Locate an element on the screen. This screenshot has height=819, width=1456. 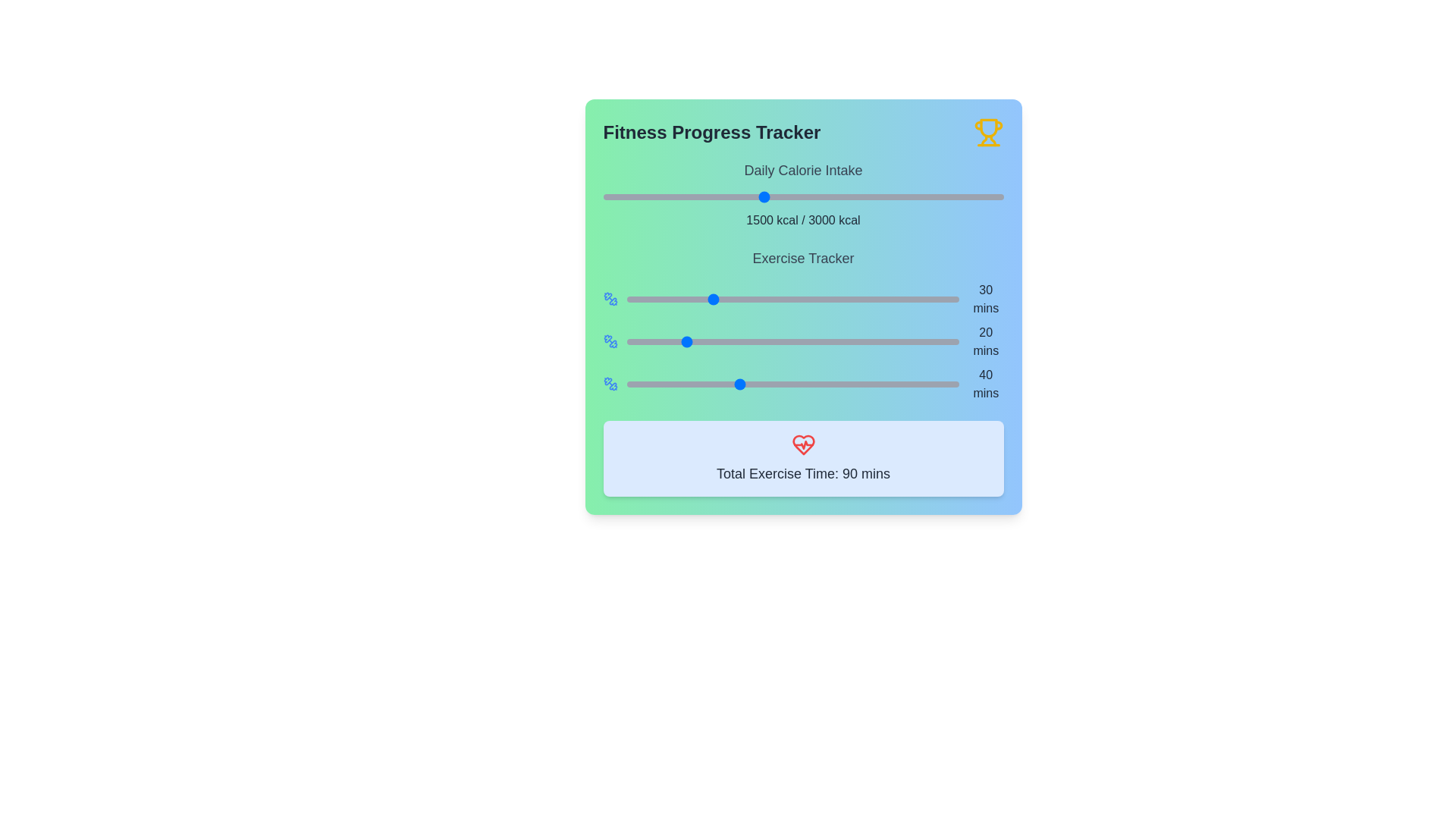
the slider value is located at coordinates (684, 342).